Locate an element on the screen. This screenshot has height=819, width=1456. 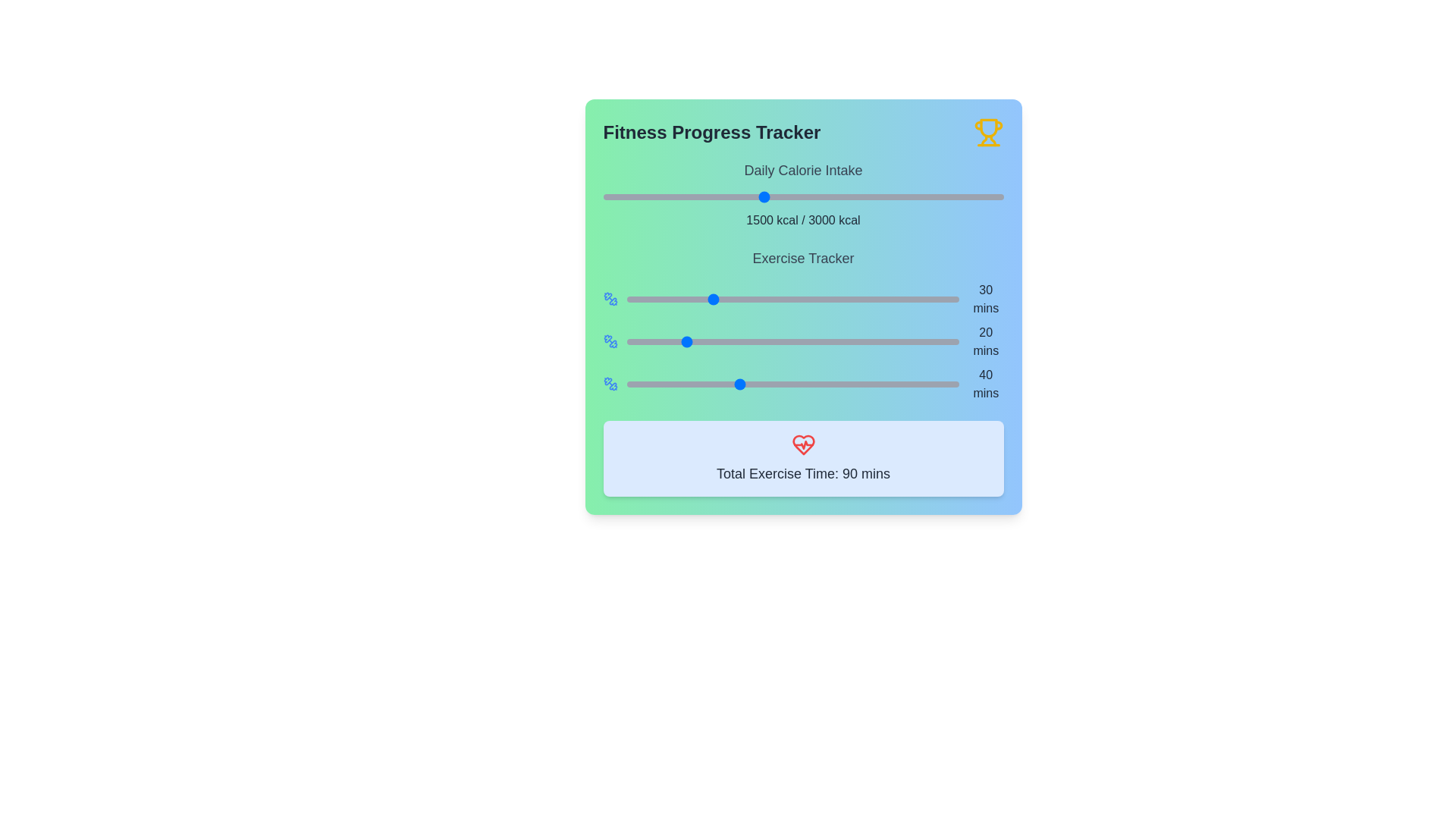
the slider value is located at coordinates (684, 342).